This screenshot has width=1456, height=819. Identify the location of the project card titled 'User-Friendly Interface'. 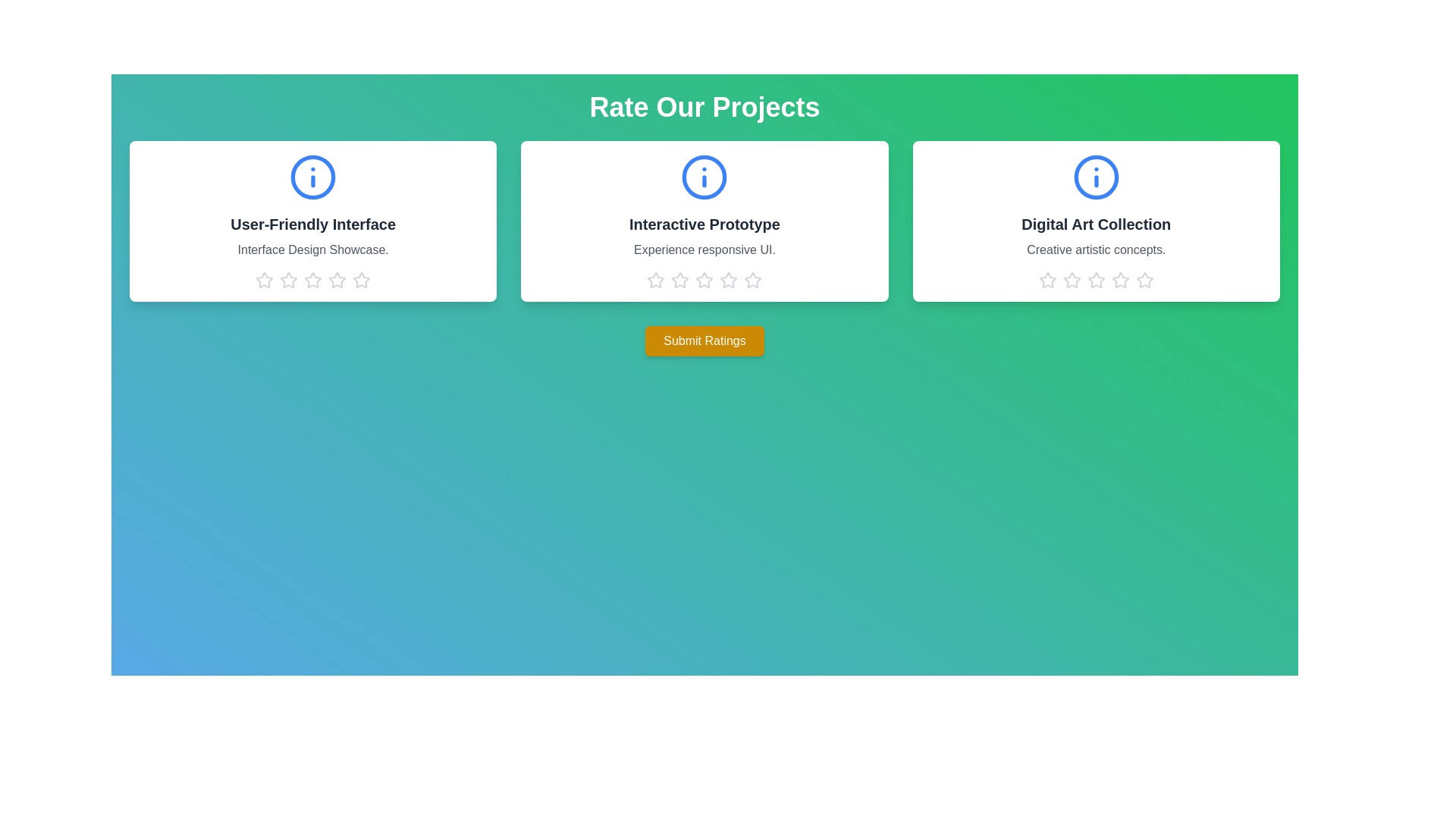
(312, 221).